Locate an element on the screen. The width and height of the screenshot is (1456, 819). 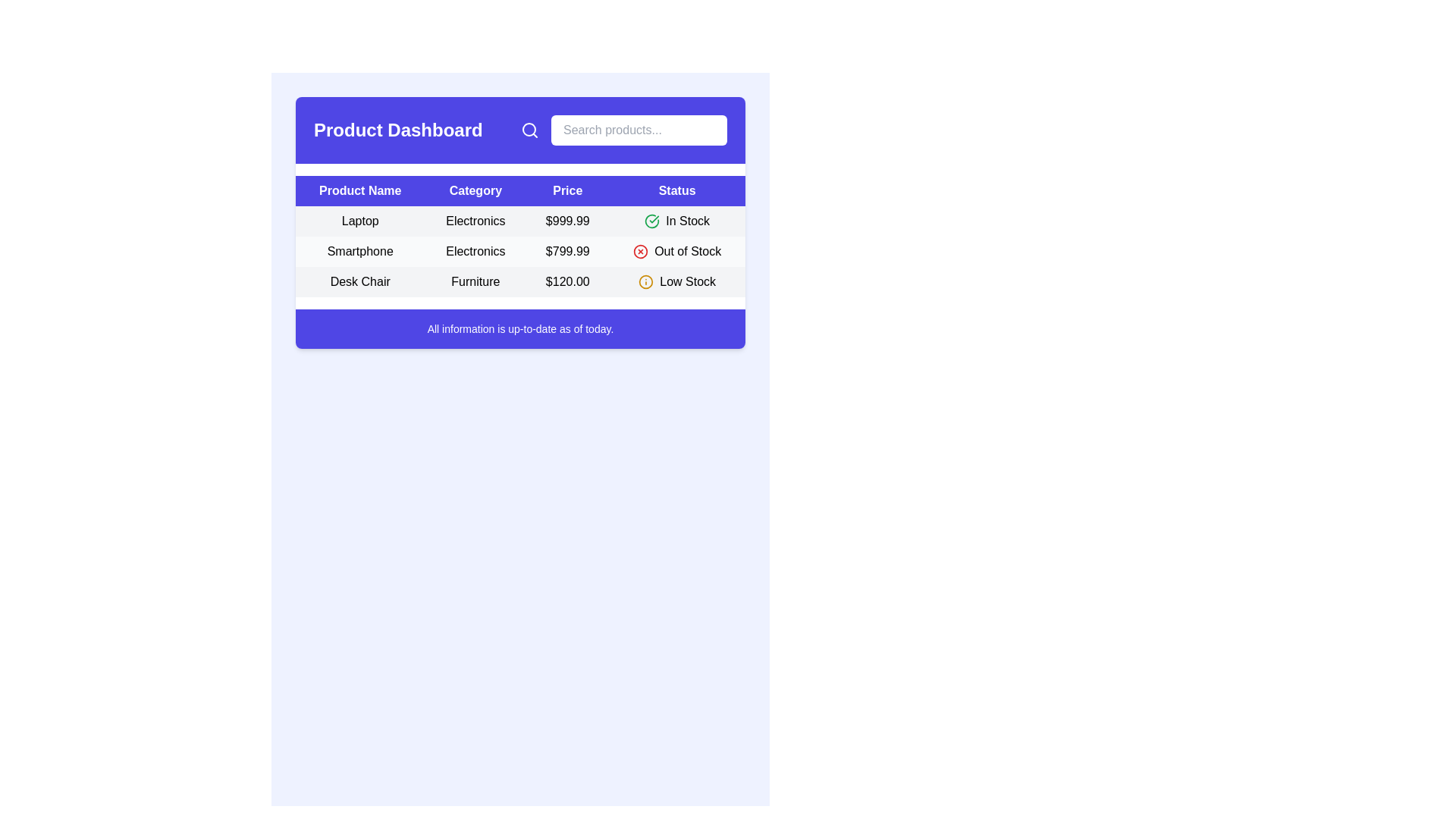
the 'In Stock' text with the green checkmark icon located in the 'Status' column of the first row in the product information table is located at coordinates (676, 221).